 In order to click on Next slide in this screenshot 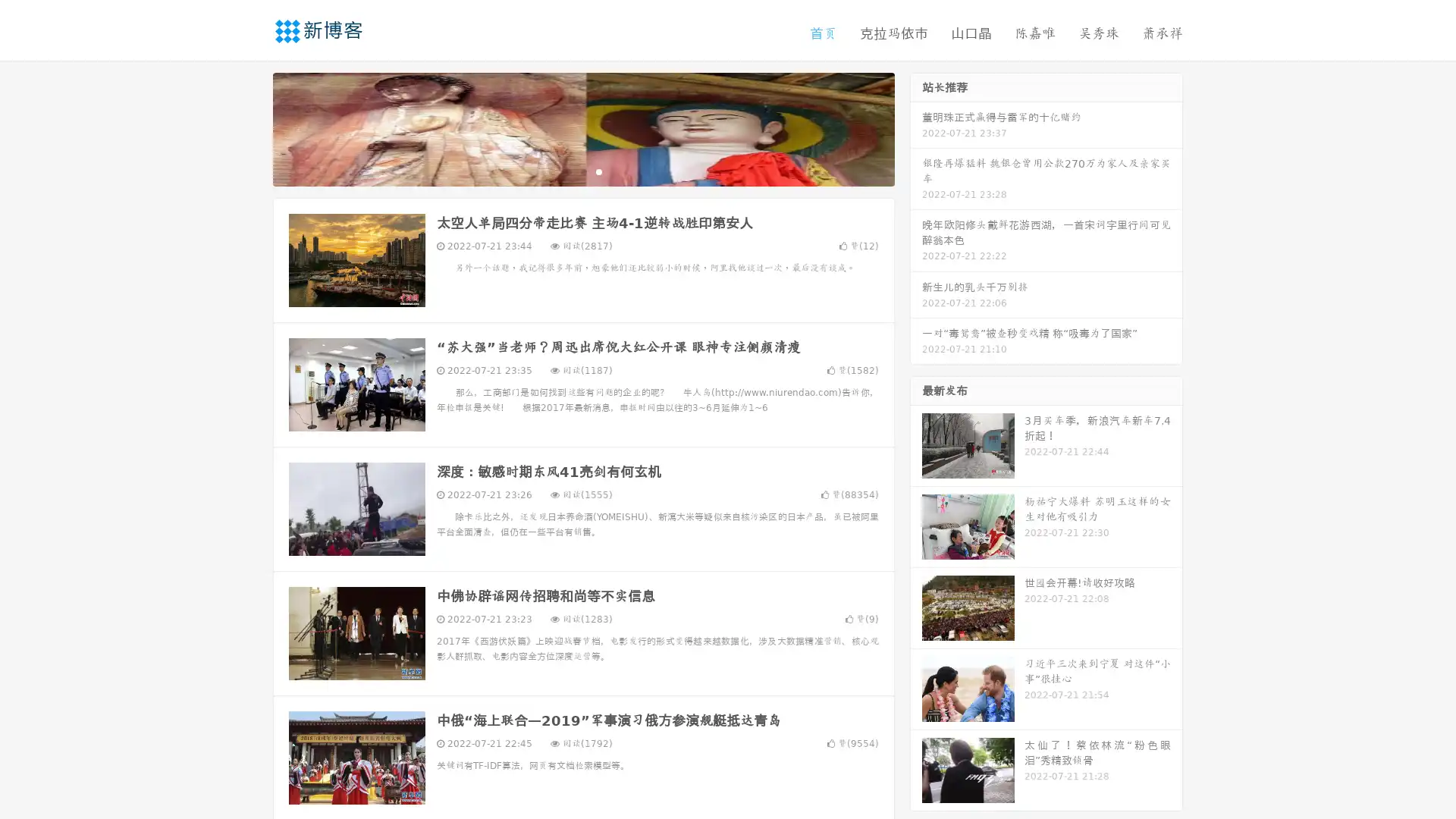, I will do `click(916, 127)`.